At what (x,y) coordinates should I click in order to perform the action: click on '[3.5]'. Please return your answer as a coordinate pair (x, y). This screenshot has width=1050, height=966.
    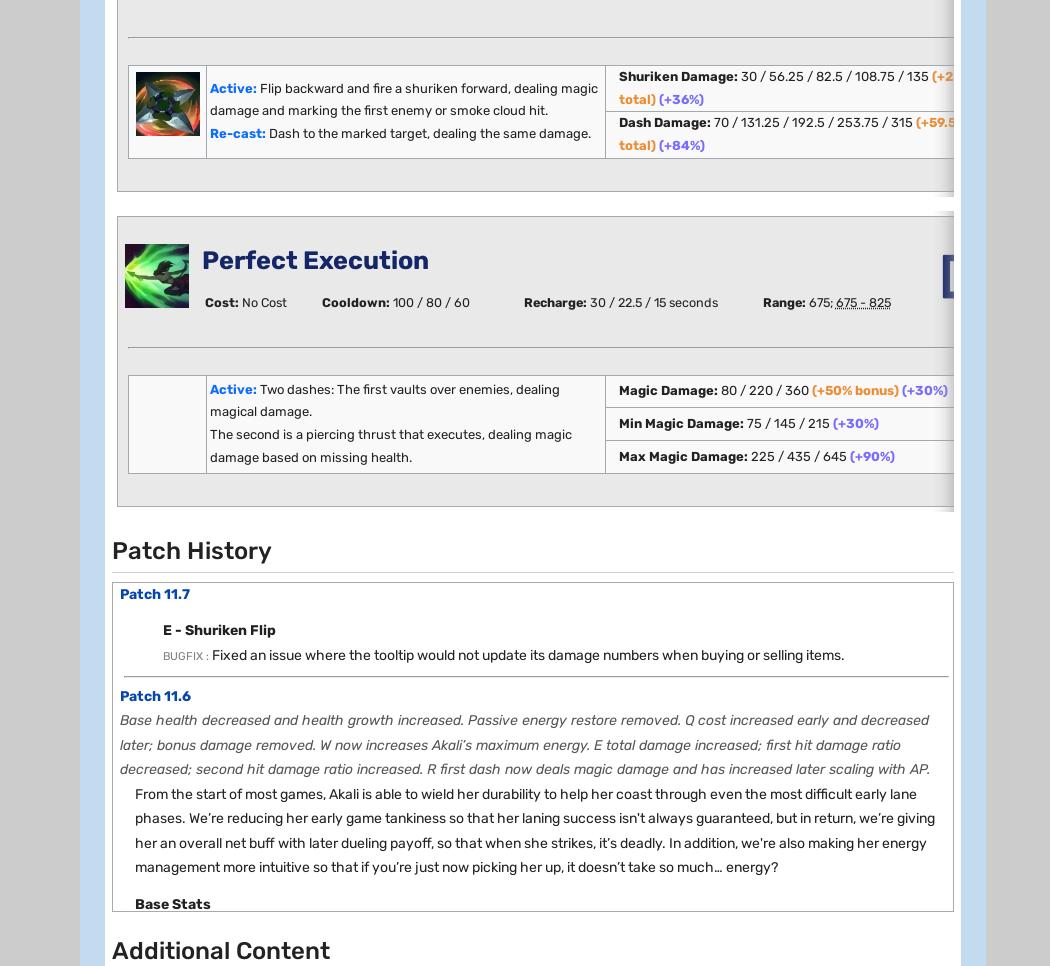
    Looking at the image, I should click on (268, 174).